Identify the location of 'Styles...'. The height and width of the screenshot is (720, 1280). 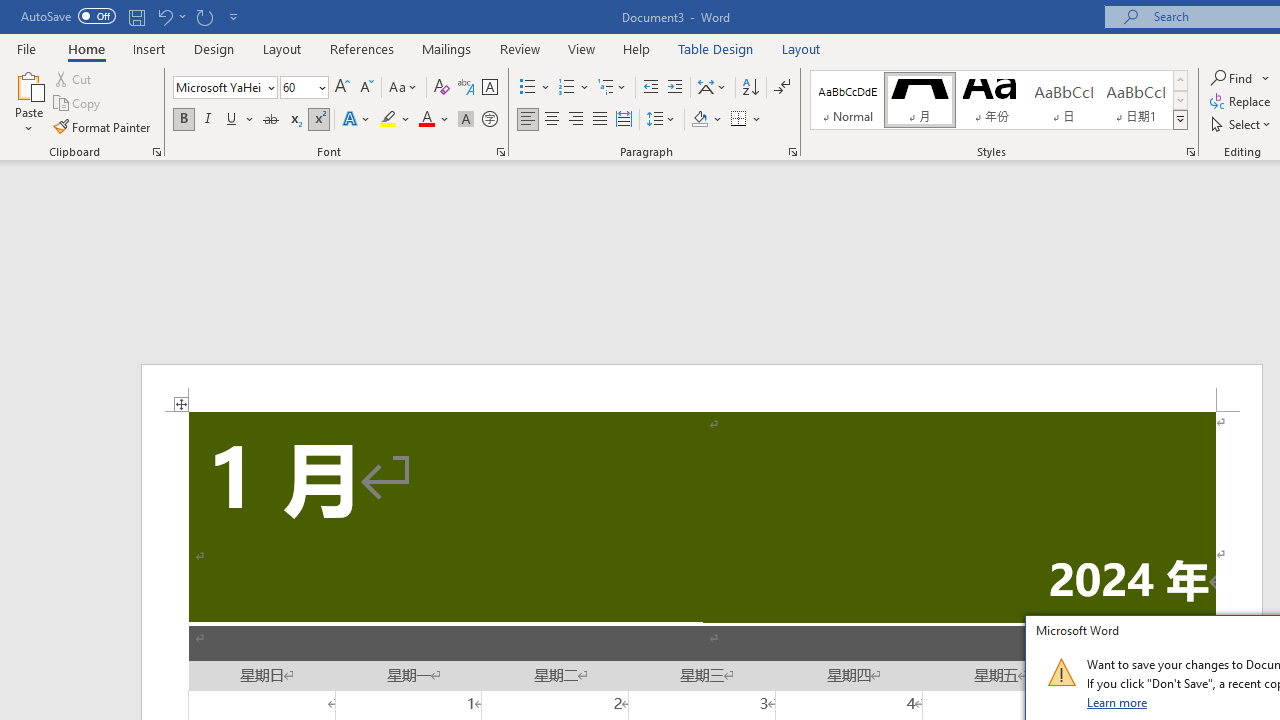
(1191, 150).